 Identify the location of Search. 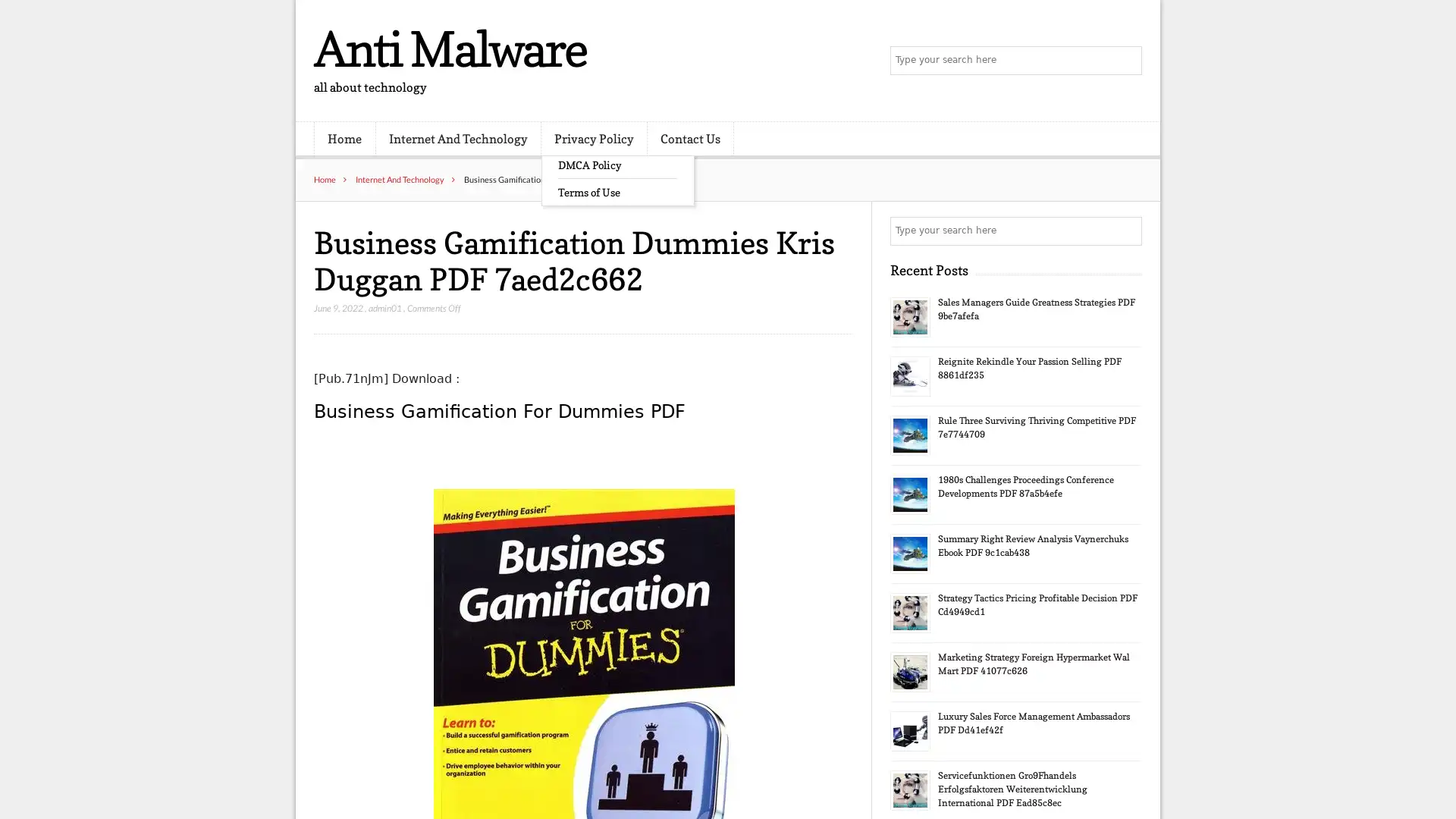
(1126, 61).